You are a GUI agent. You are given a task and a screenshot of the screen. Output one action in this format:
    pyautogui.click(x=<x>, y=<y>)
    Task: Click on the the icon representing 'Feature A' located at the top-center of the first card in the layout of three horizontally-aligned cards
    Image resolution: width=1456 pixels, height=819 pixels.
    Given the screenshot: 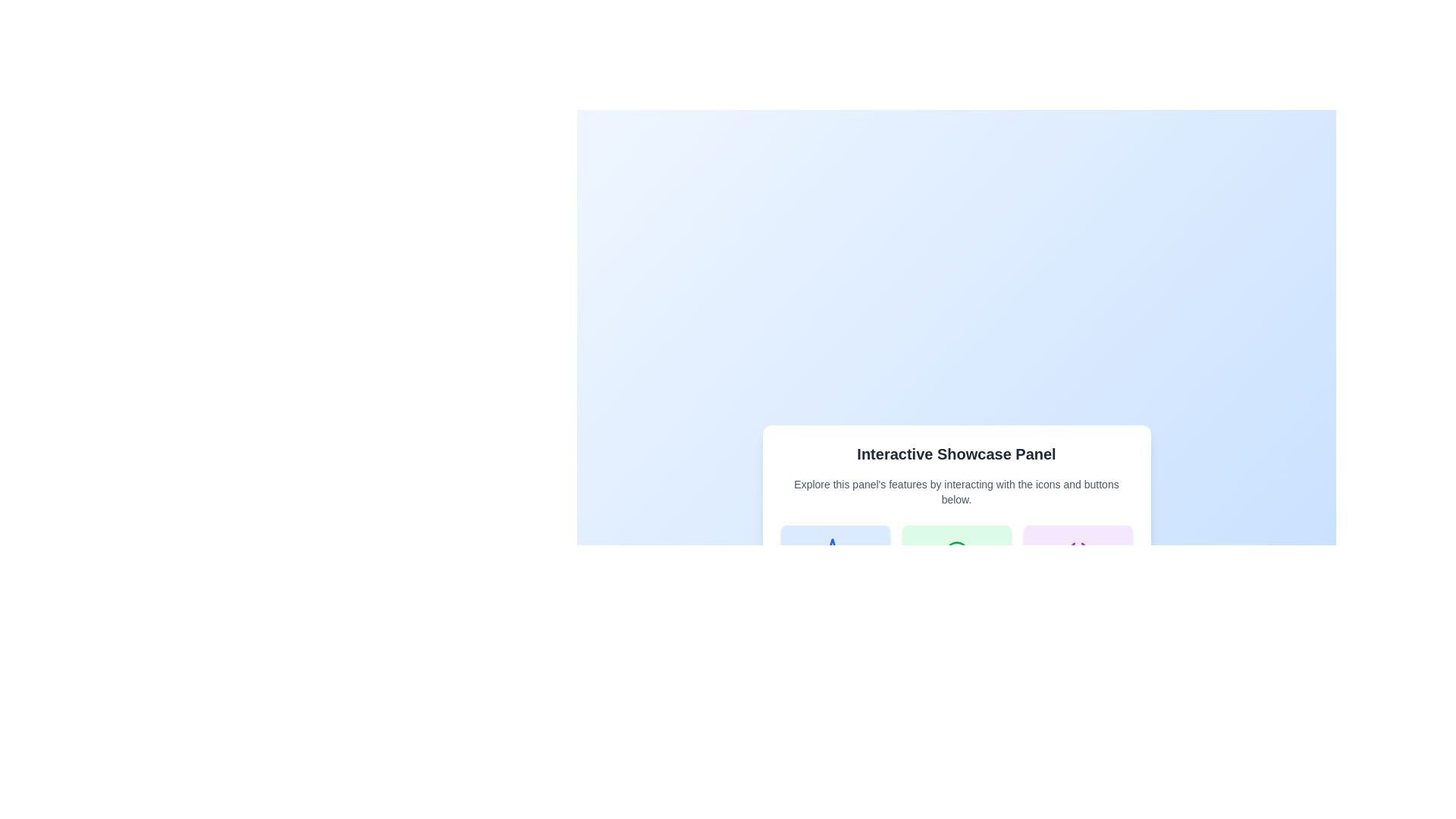 What is the action you would take?
    pyautogui.click(x=834, y=550)
    